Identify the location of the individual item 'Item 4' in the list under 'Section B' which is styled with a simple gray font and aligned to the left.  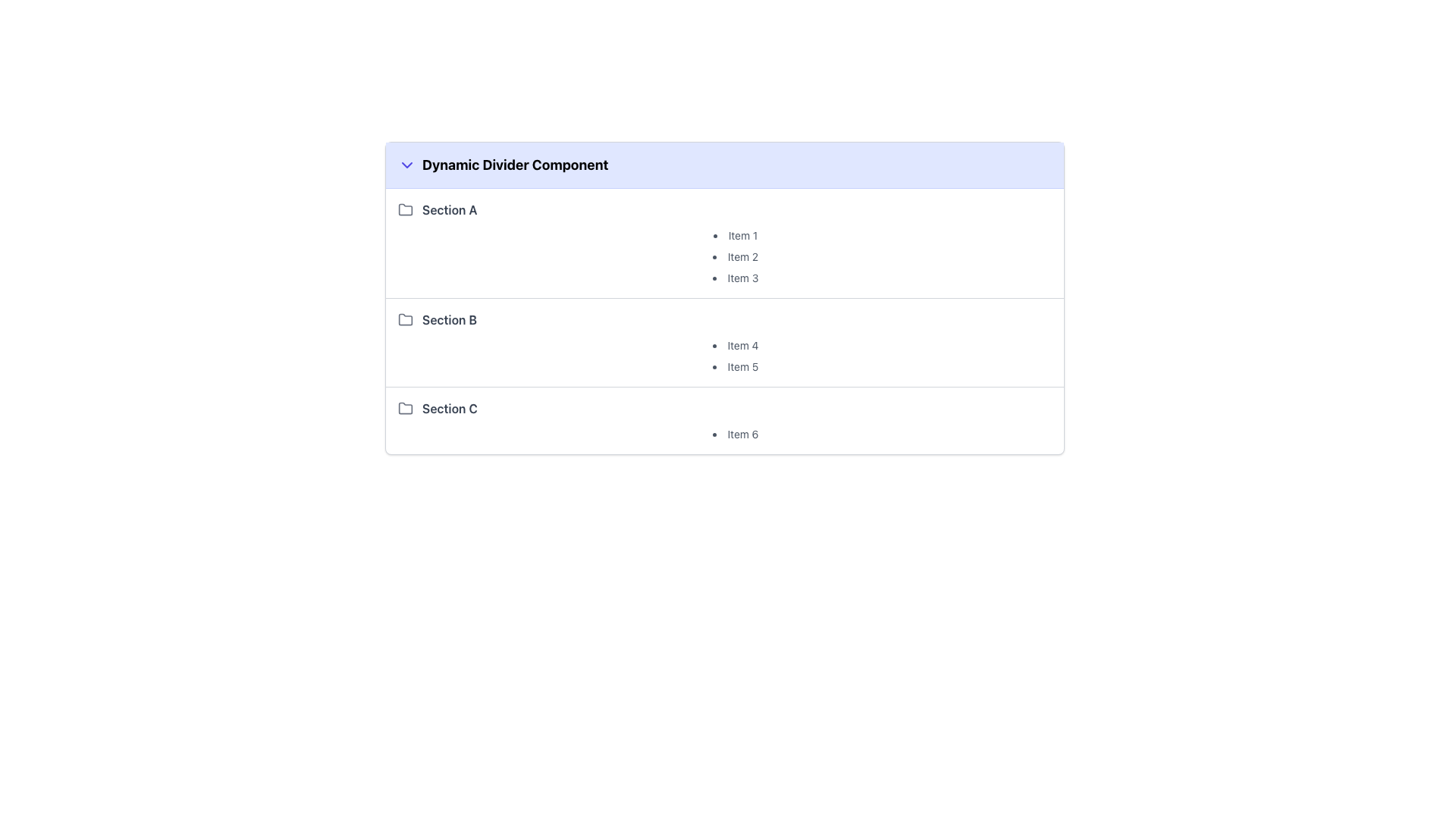
(723, 356).